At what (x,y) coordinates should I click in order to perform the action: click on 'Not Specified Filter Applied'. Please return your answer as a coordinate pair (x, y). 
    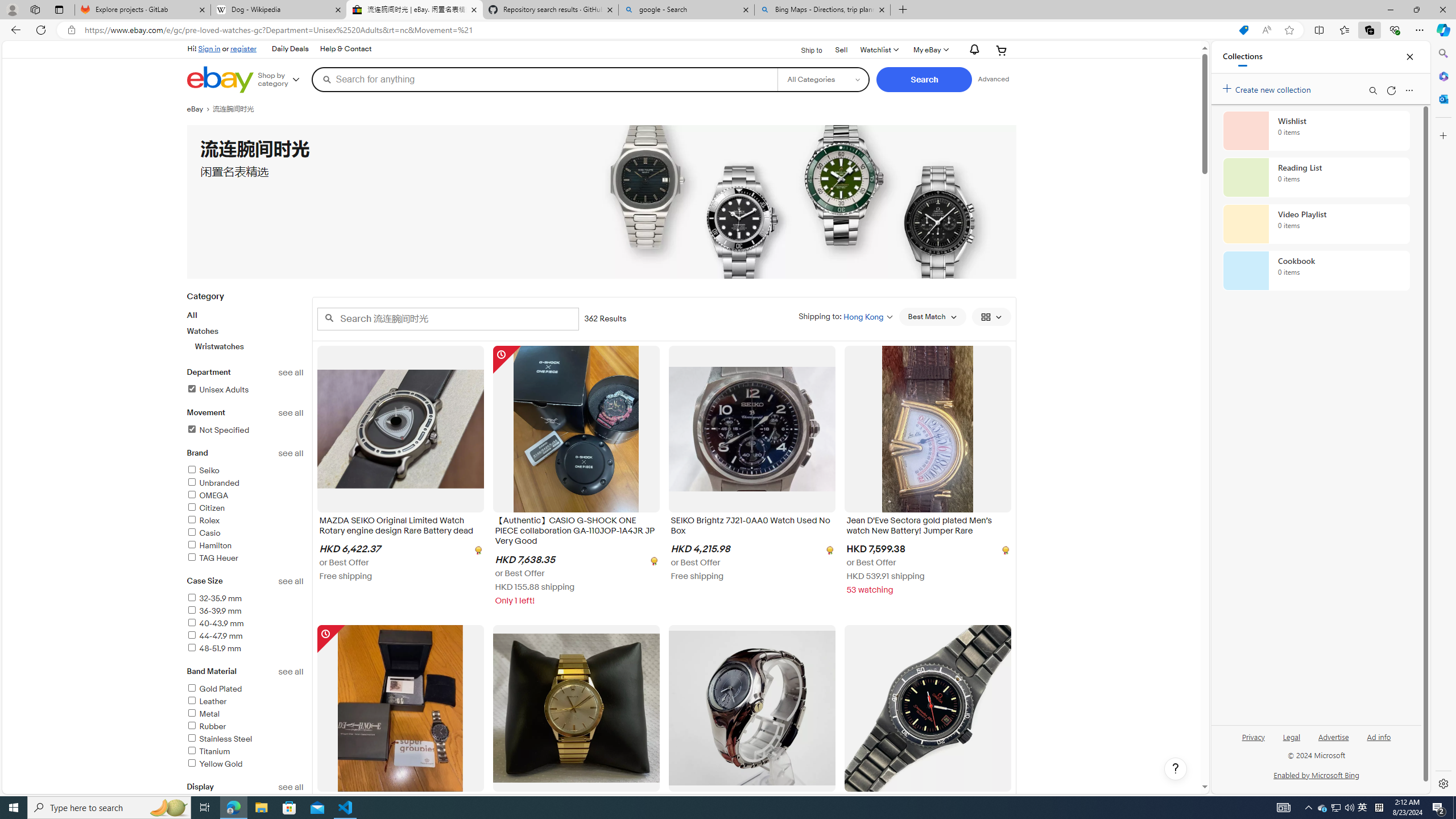
    Looking at the image, I should click on (217, 429).